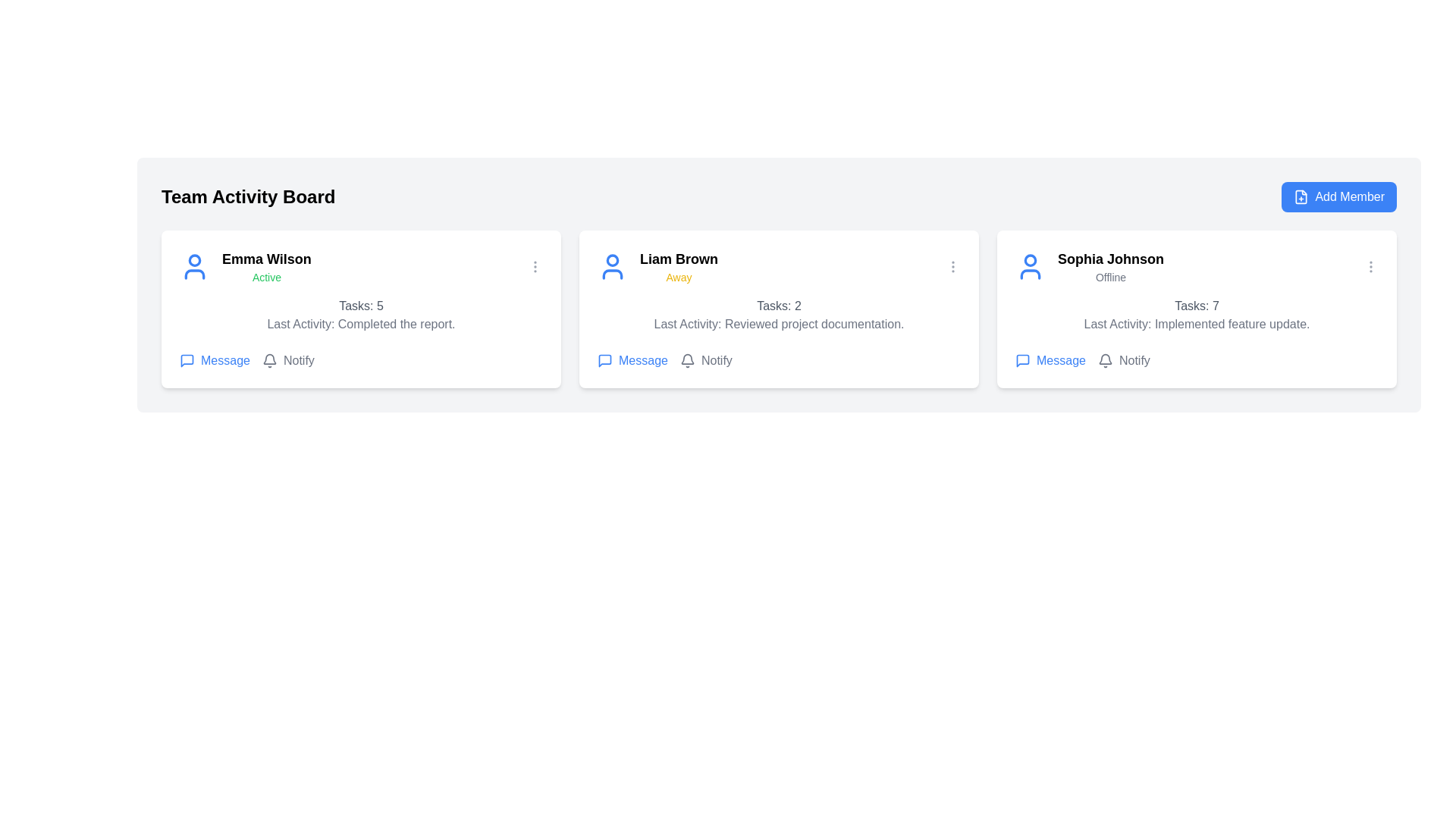  What do you see at coordinates (1196, 324) in the screenshot?
I see `text displayed below the 'Tasks: 7' line within the Sophia Johnson card, which states 'Last Activity: Implemented feature update.'` at bounding box center [1196, 324].